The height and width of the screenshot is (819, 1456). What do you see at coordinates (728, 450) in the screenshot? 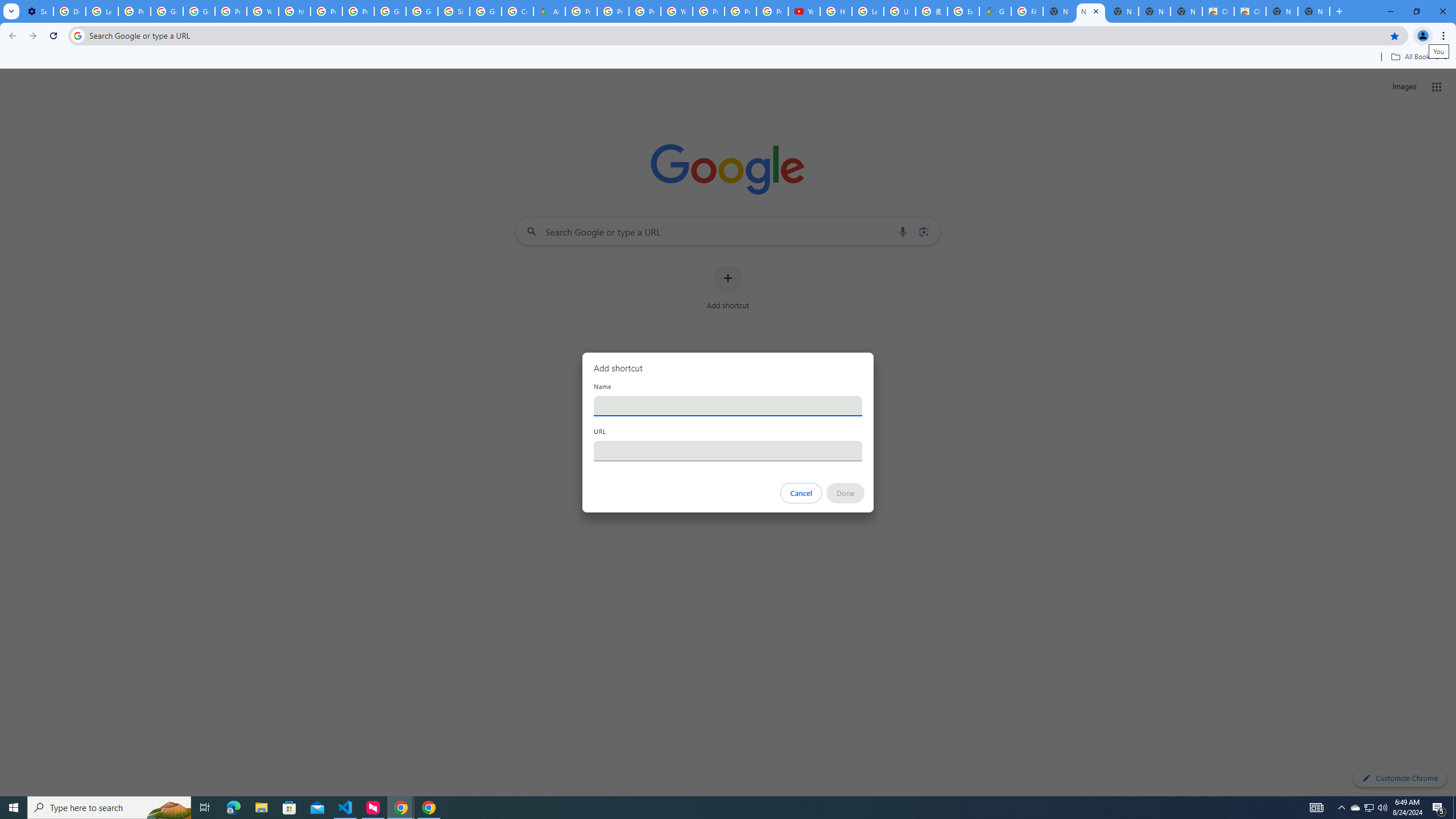
I see `'URL'` at bounding box center [728, 450].